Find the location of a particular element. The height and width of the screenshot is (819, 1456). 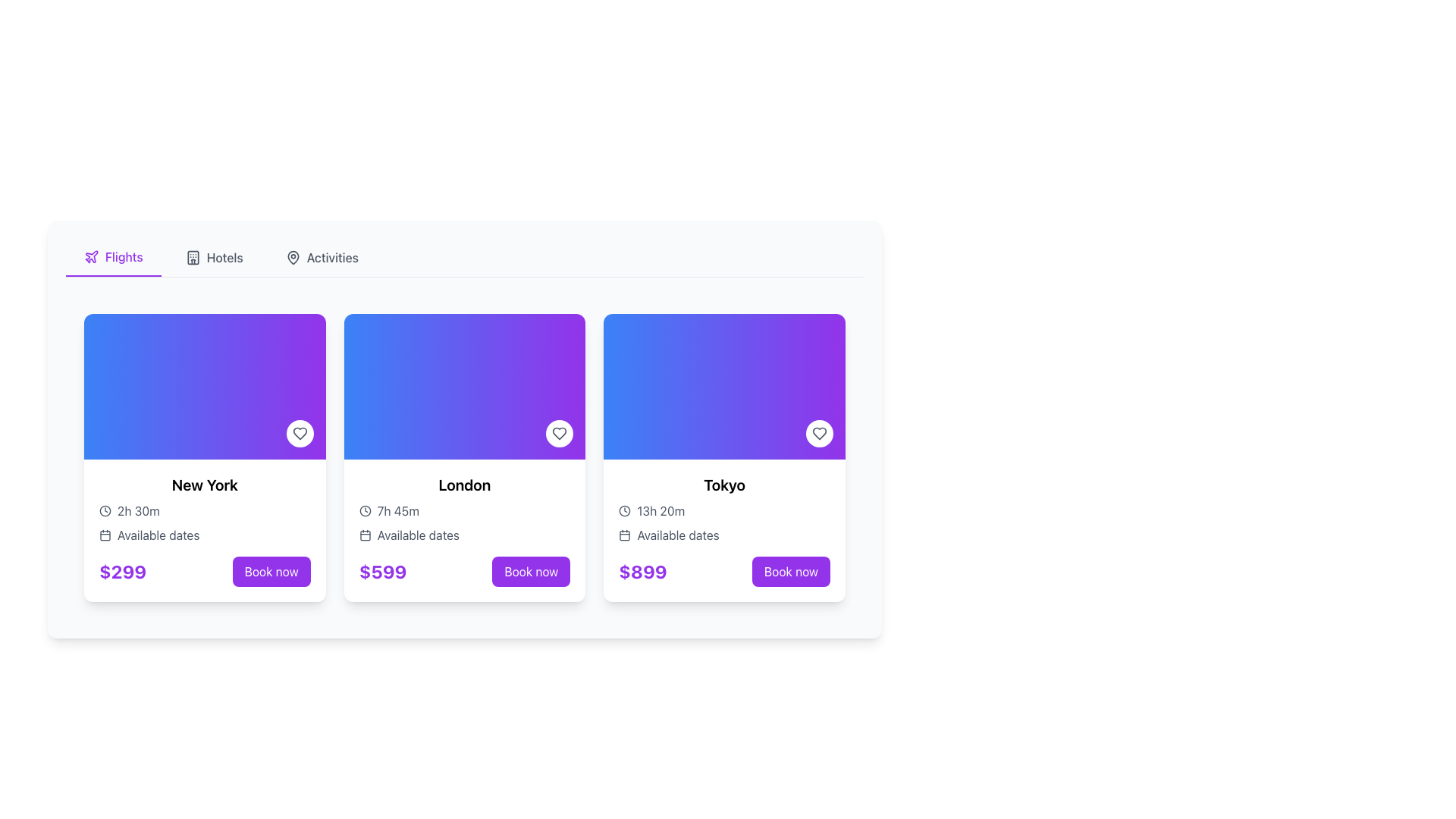

the 'like' button located in the bottom-right corner of the 'New York' card is located at coordinates (300, 433).